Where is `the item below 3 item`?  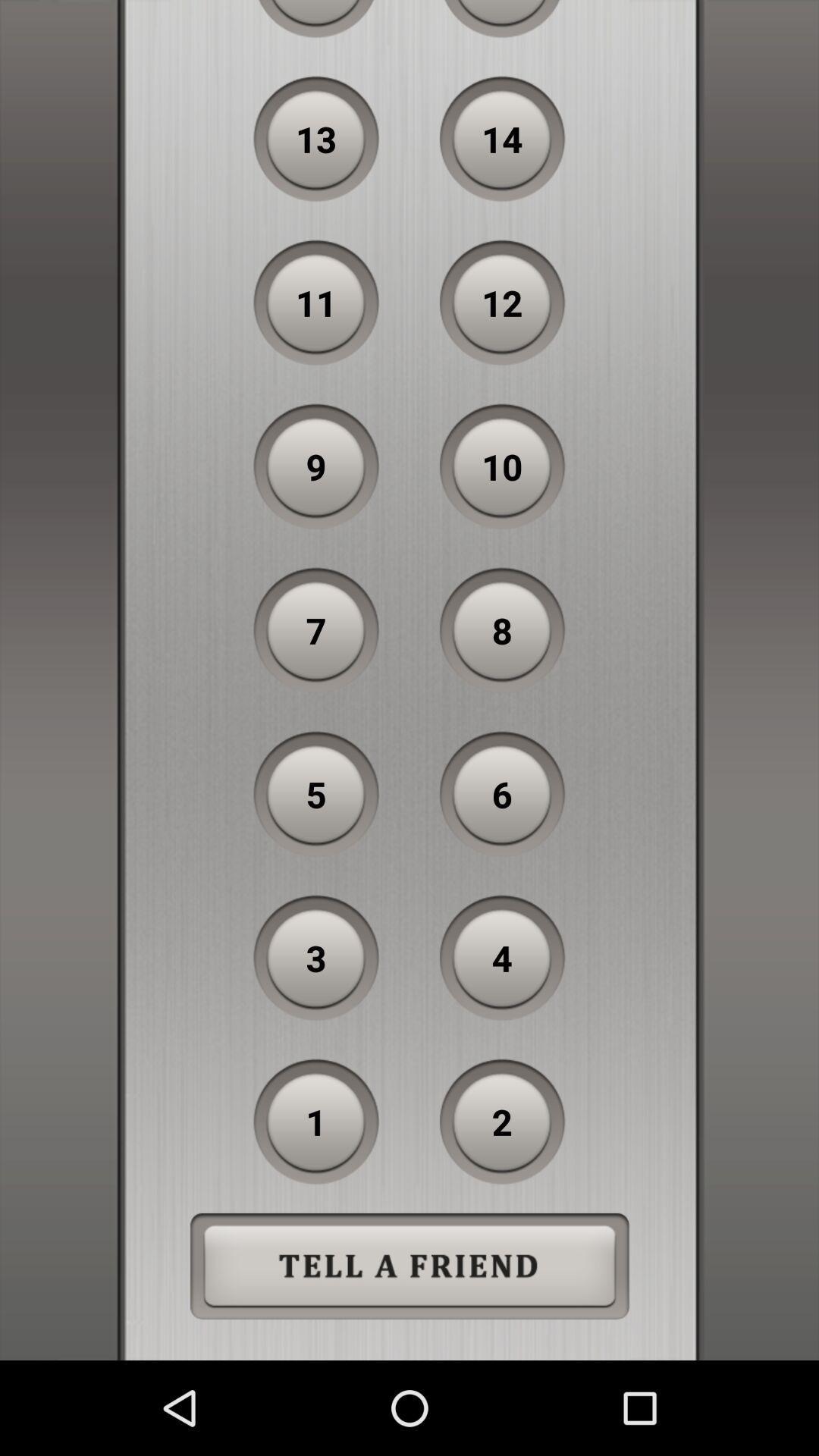
the item below 3 item is located at coordinates (315, 1122).